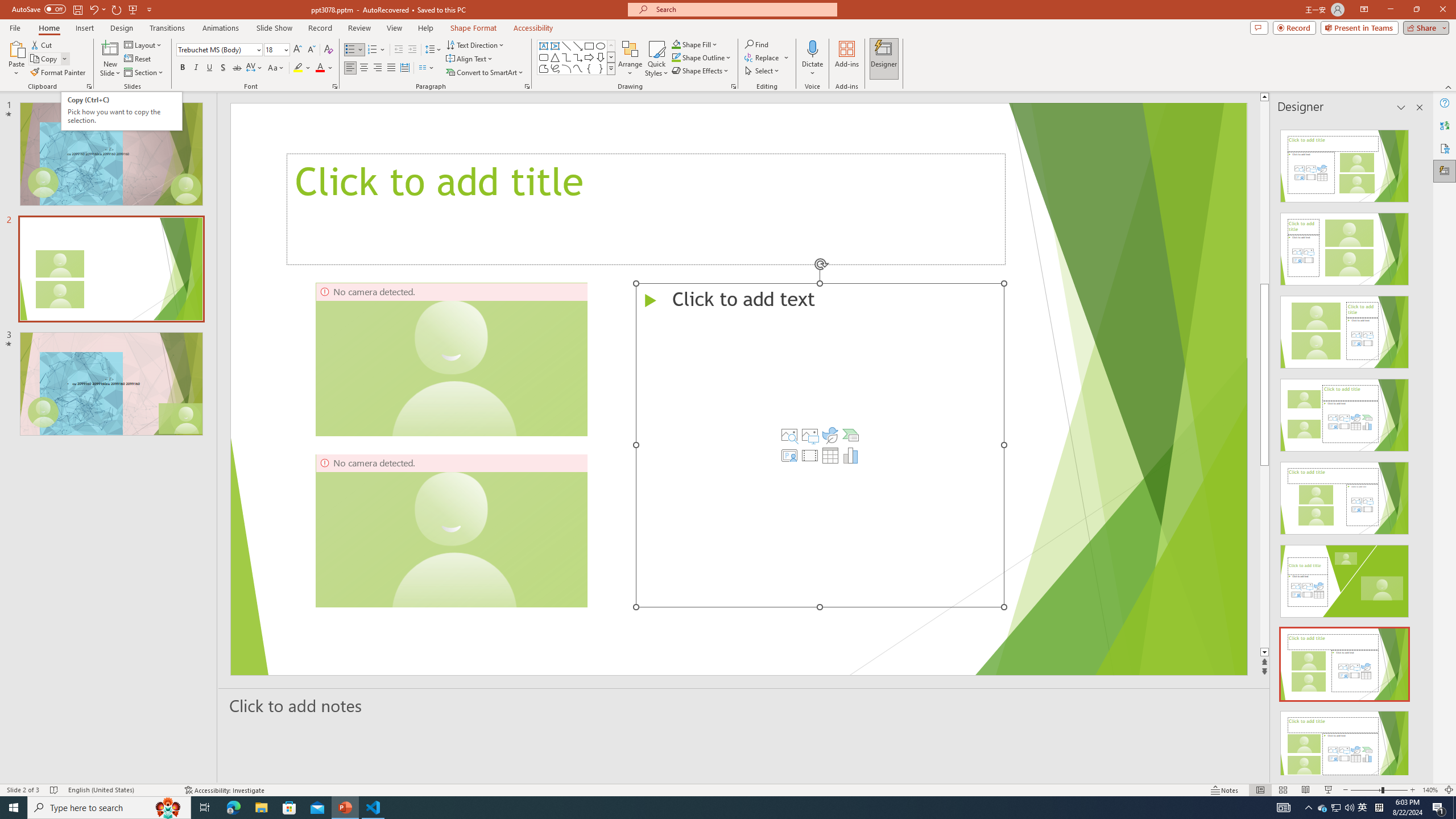 This screenshot has width=1456, height=819. I want to click on 'Insert a SmartArt Graphic', so click(851, 434).